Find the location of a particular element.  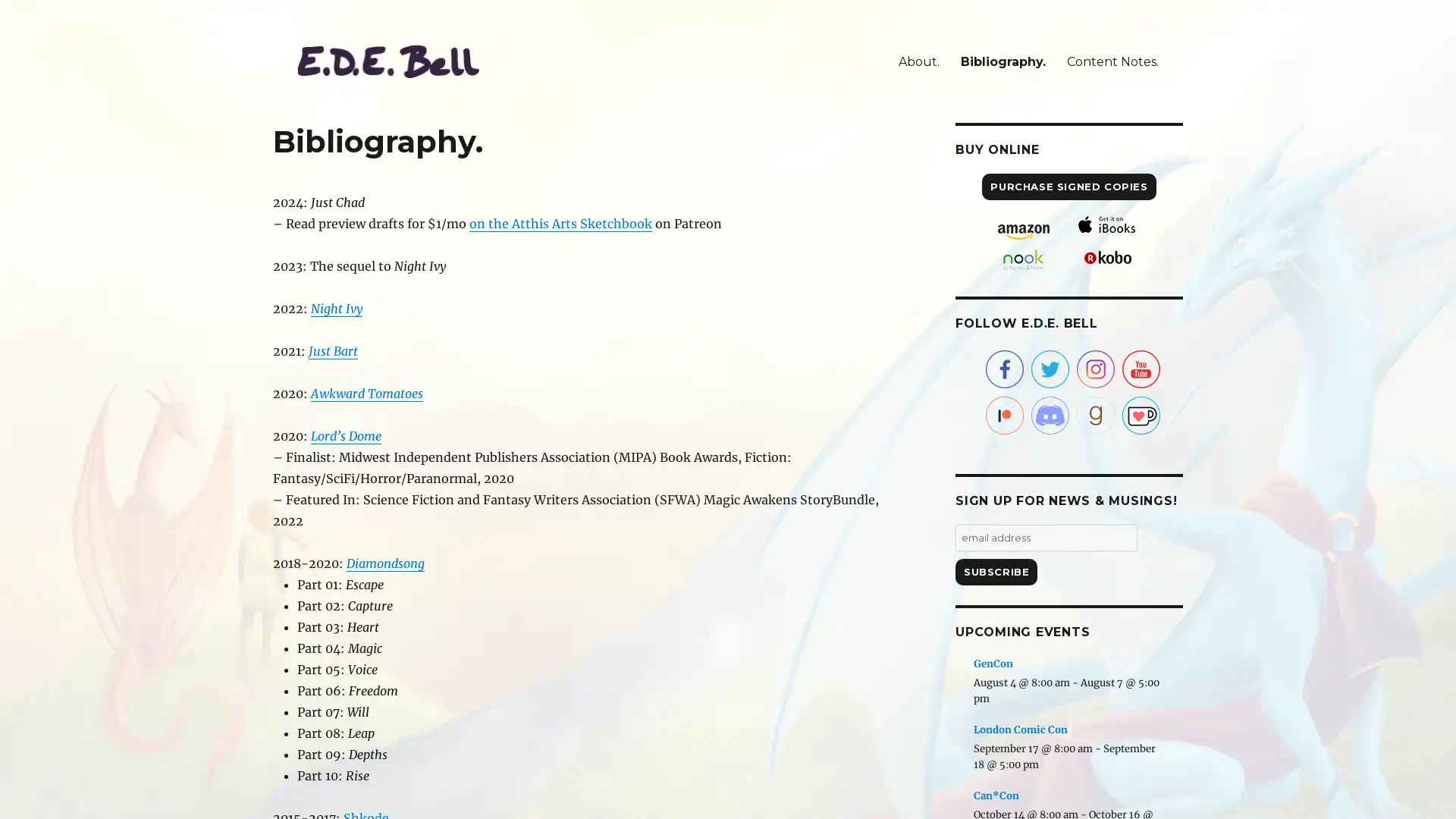

PURCHASE SIGNED COPIES is located at coordinates (1068, 186).